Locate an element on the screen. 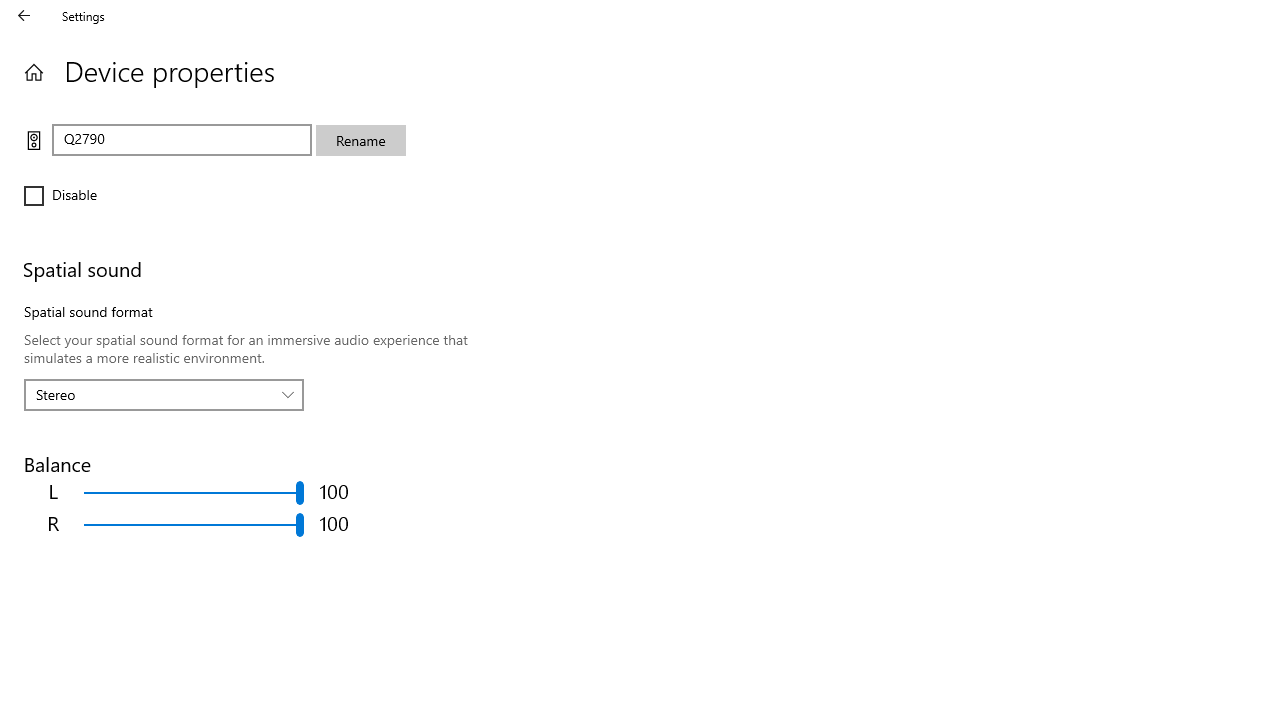  'Rename' is located at coordinates (360, 139).